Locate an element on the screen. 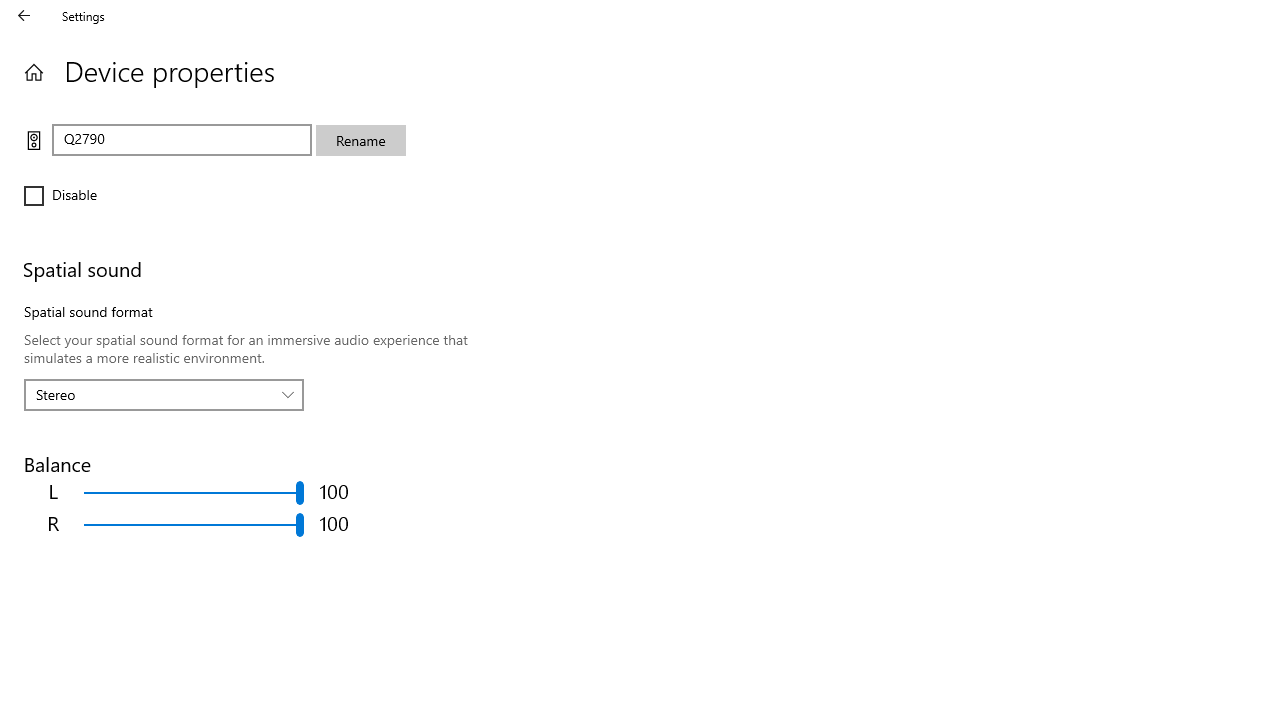  'Rename' is located at coordinates (360, 139).